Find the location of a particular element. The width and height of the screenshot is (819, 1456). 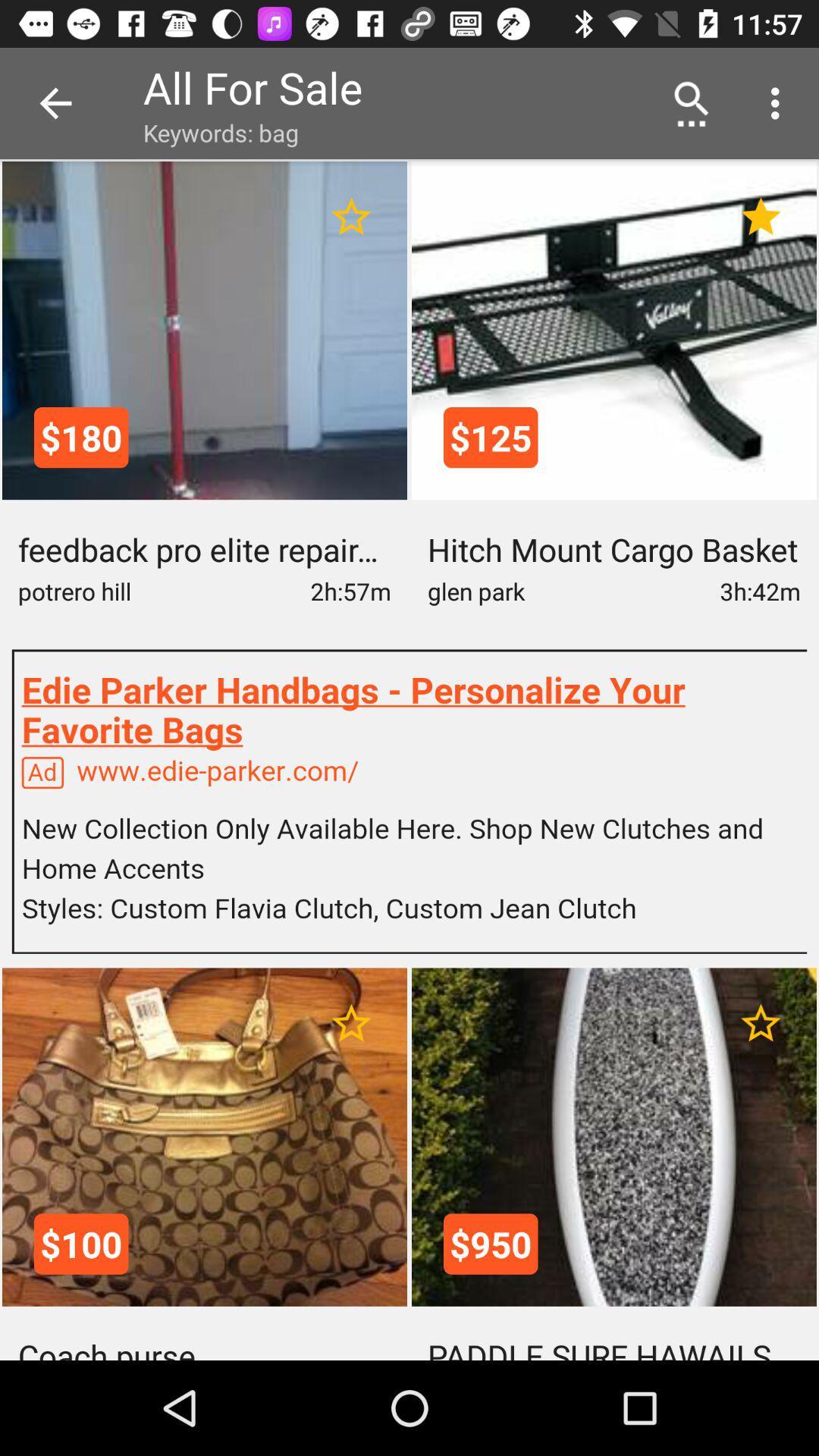

favorite is located at coordinates (761, 1023).